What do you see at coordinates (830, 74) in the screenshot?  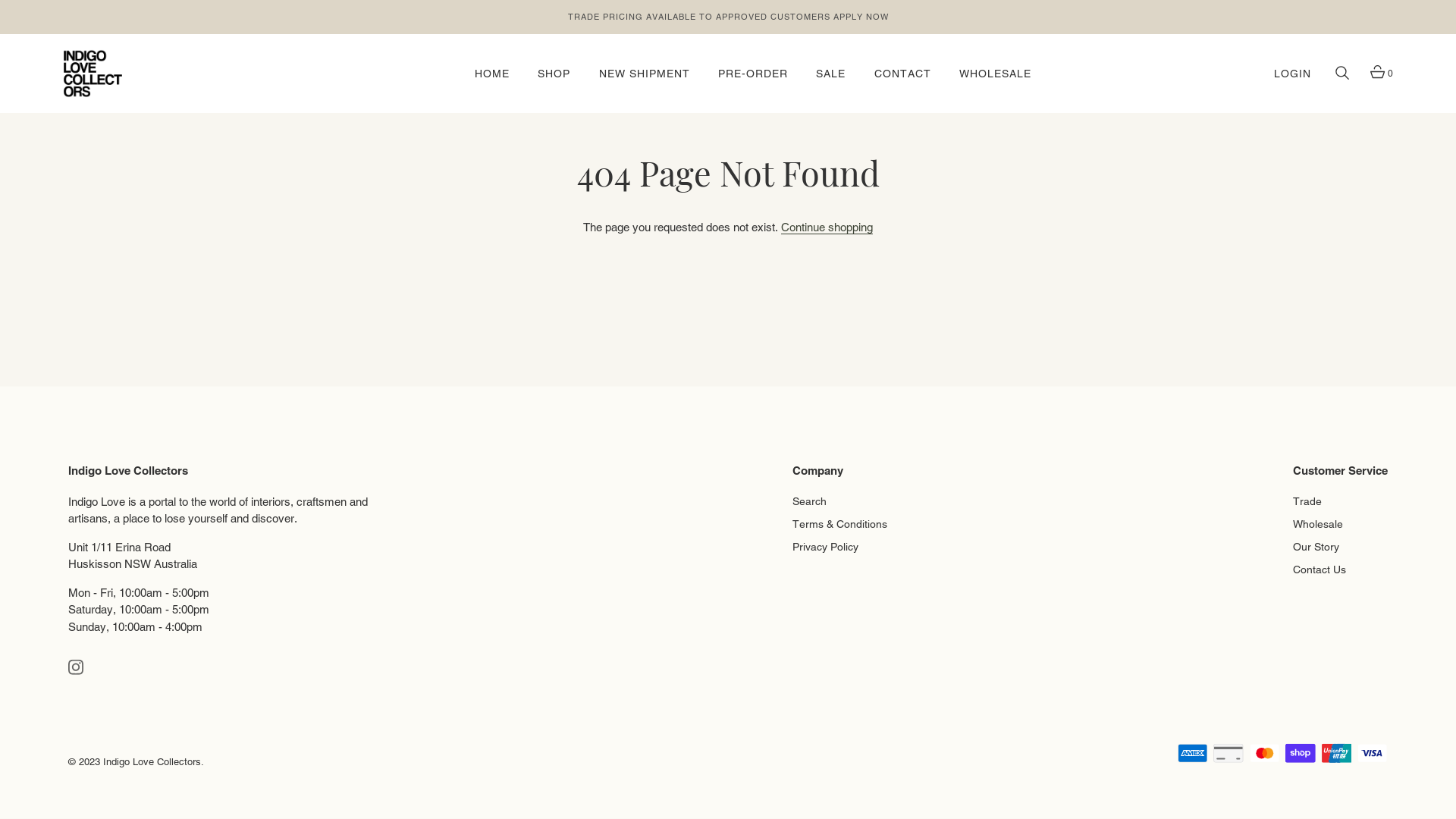 I see `'SALE'` at bounding box center [830, 74].